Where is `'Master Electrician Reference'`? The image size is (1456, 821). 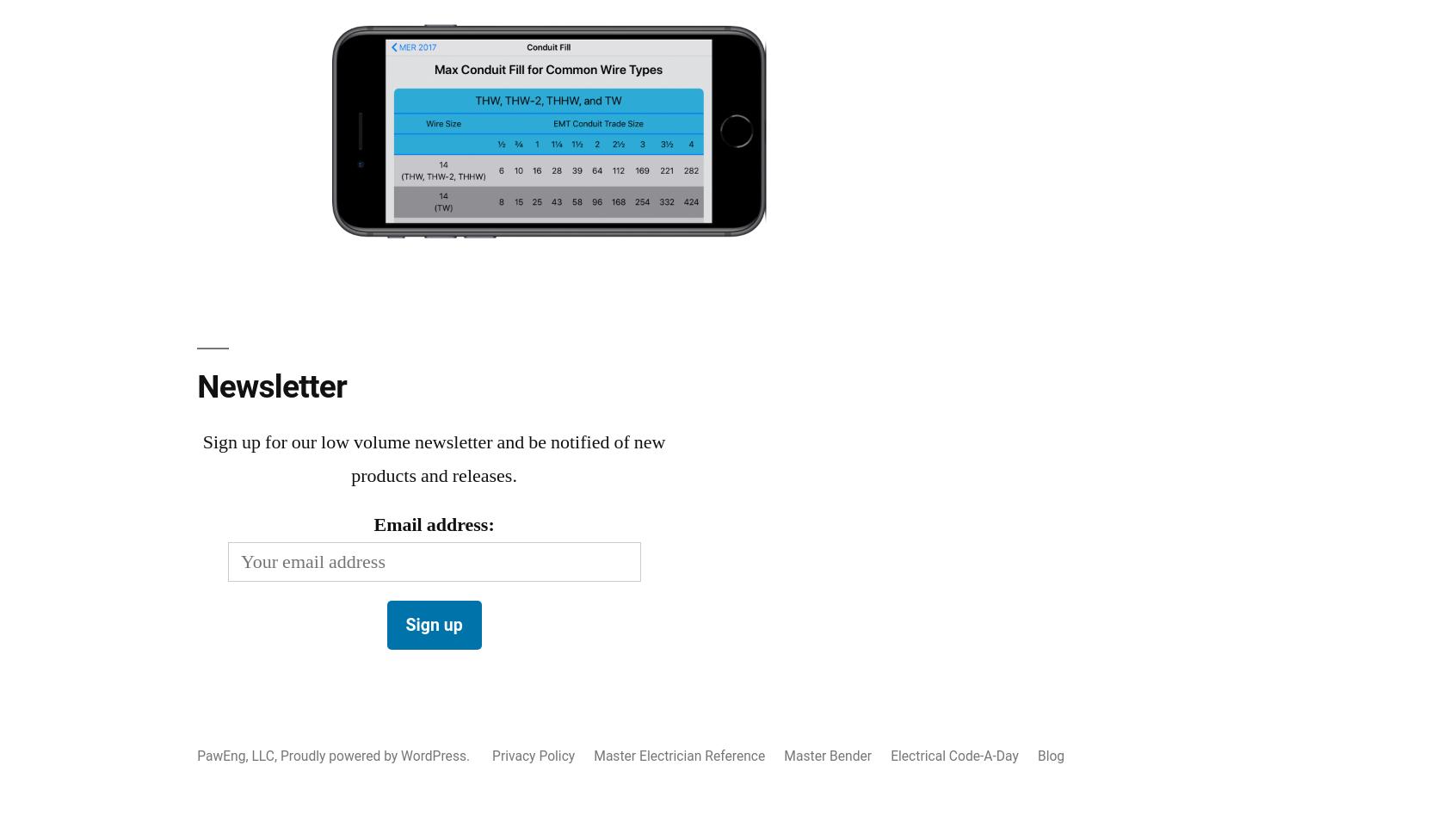
'Master Electrician Reference' is located at coordinates (679, 755).